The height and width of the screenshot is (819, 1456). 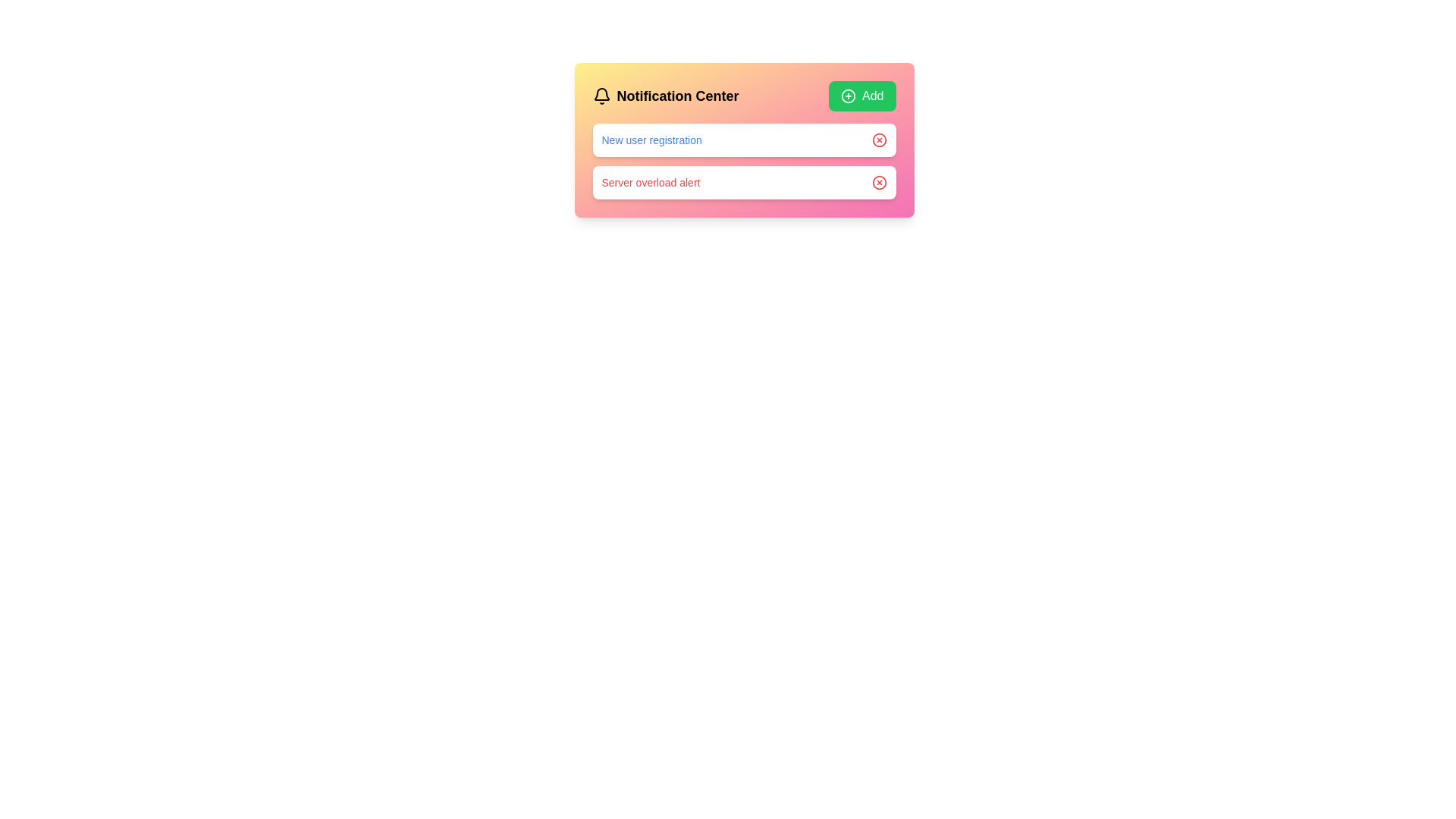 What do you see at coordinates (744, 140) in the screenshot?
I see `the 'New user registration' notification item in the notification panel` at bounding box center [744, 140].